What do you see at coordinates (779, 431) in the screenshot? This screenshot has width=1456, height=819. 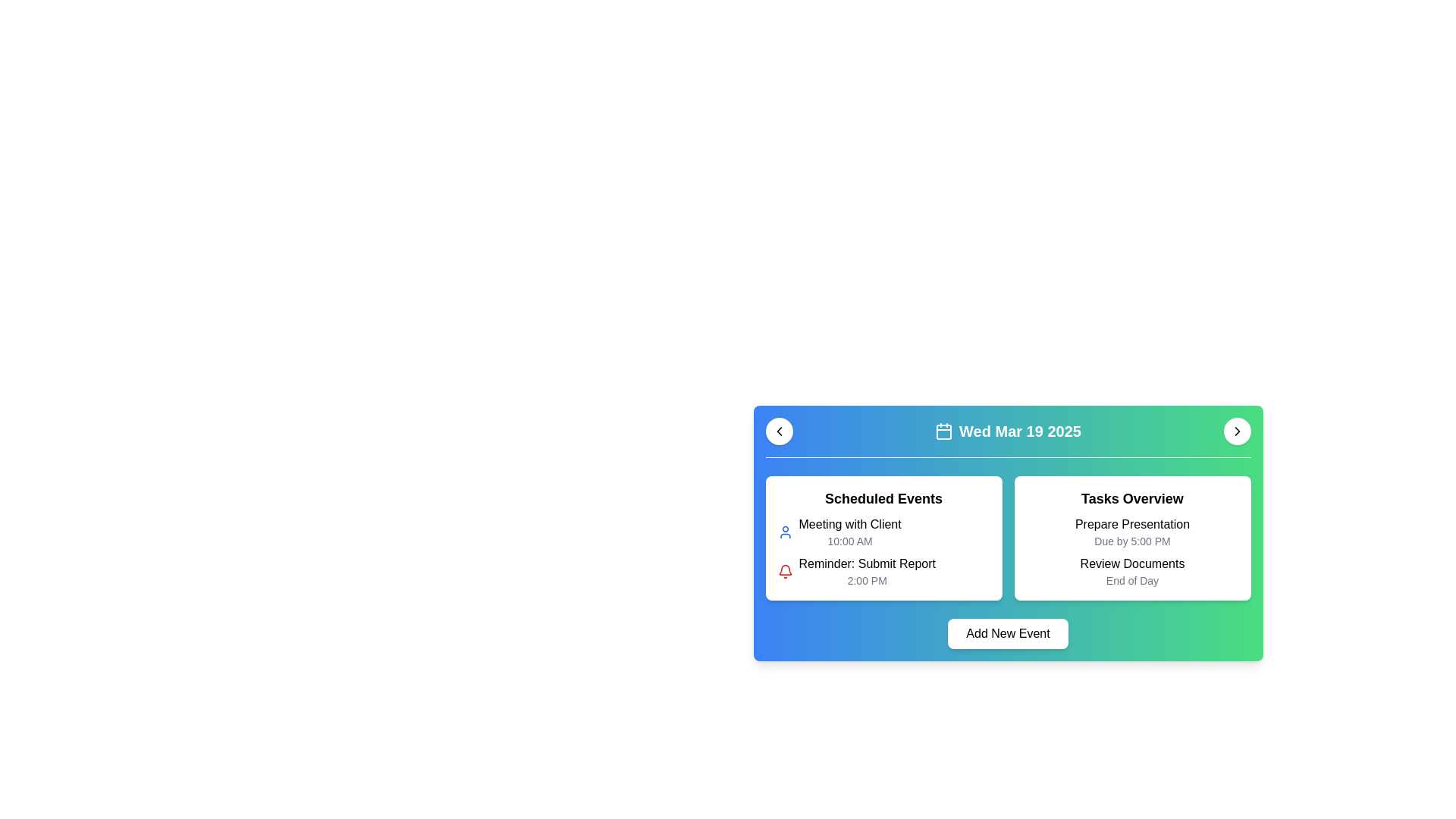 I see `the left-pointing chevron icon within the circular navigation button located at the top-left corner of the card-like interface for accessibility navigation` at bounding box center [779, 431].